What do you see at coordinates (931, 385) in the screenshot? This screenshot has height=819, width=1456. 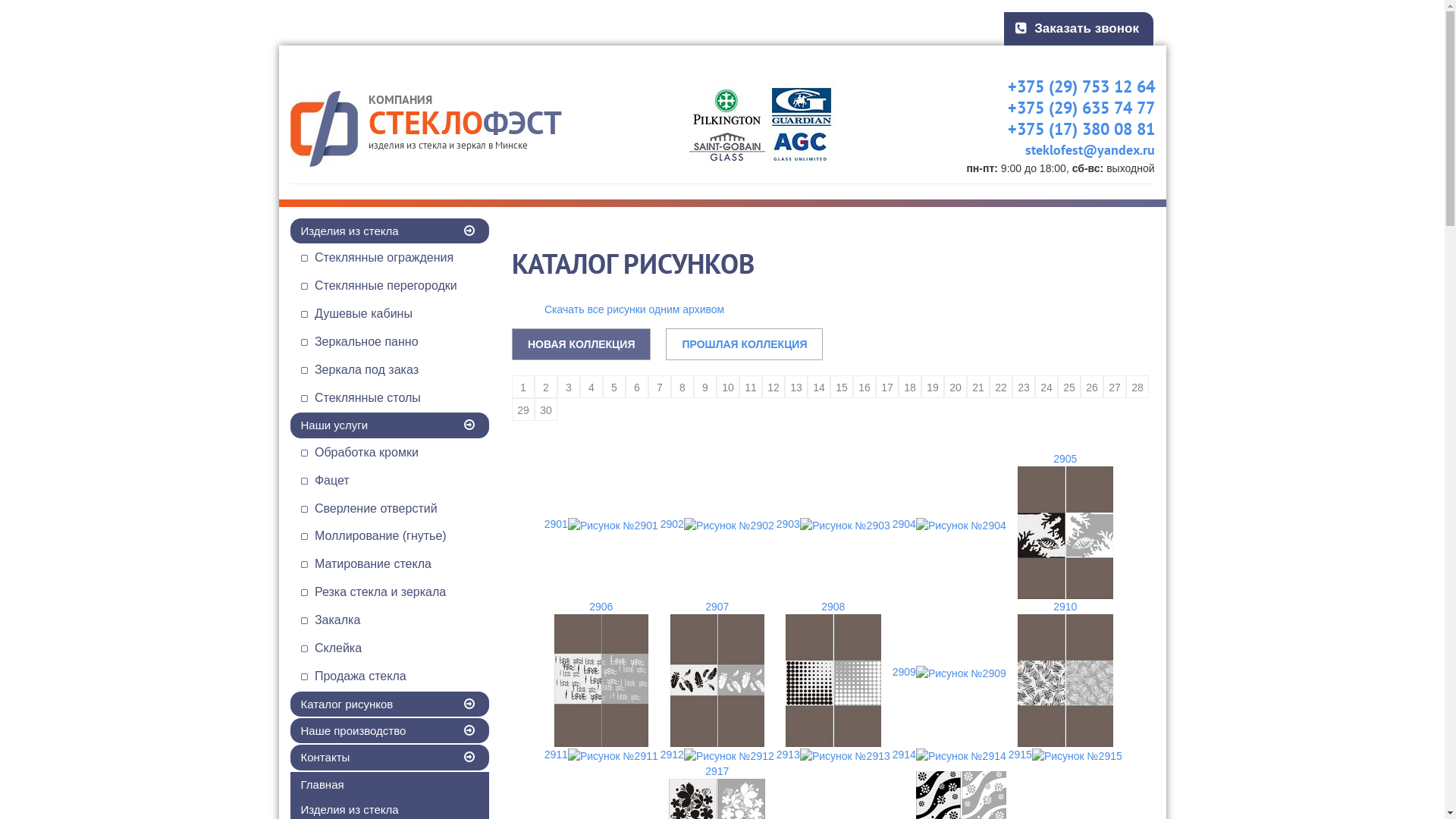 I see `'19'` at bounding box center [931, 385].